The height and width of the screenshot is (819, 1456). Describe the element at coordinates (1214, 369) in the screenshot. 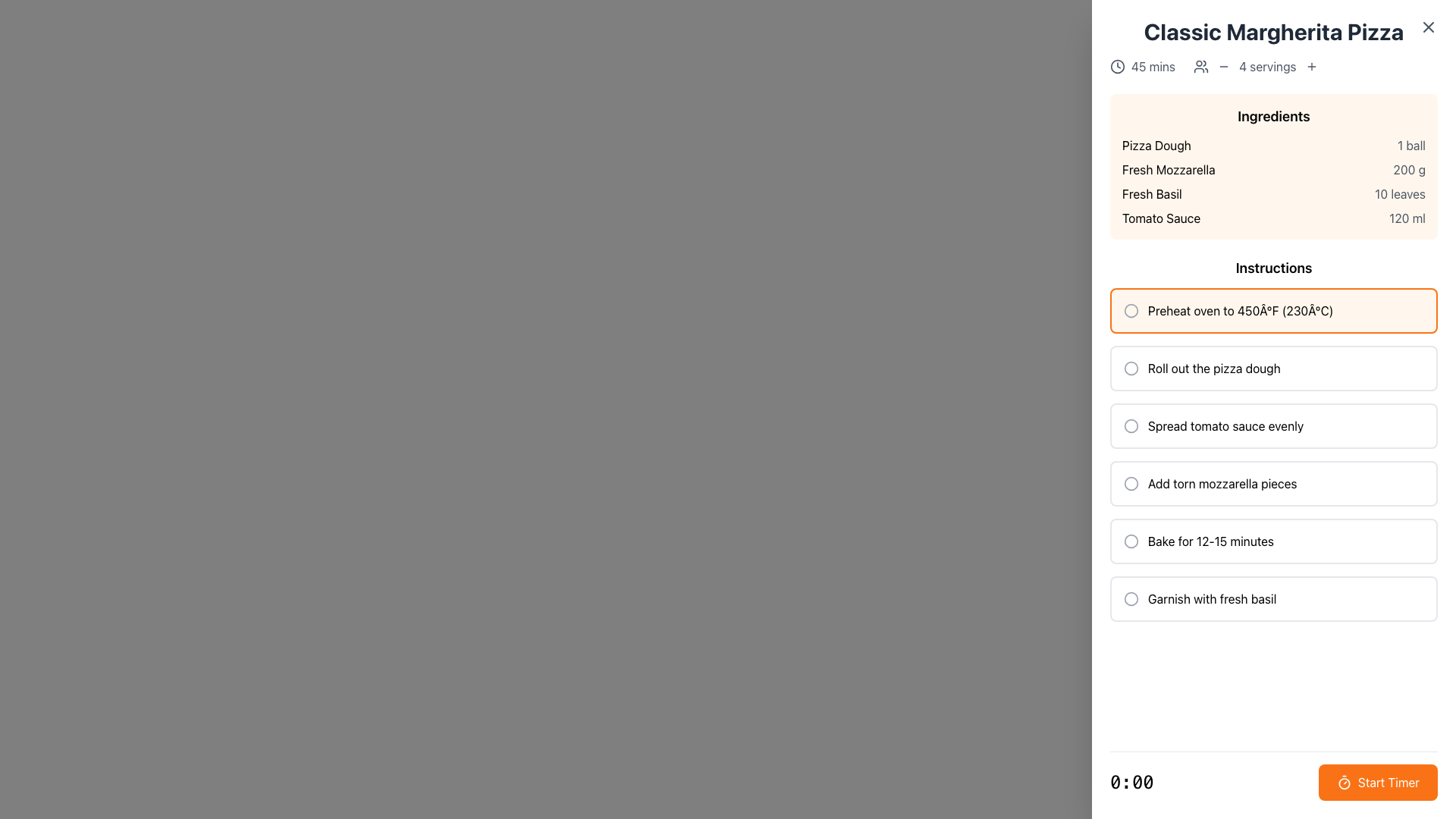

I see `the text label 'Roll out the pizza dough' located in the 'Instructions' section, which is the second item in a vertical list, positioned between 'Preheat oven to 450°F (230°C)' and 'Spread tomato sauce evenly.'` at that location.